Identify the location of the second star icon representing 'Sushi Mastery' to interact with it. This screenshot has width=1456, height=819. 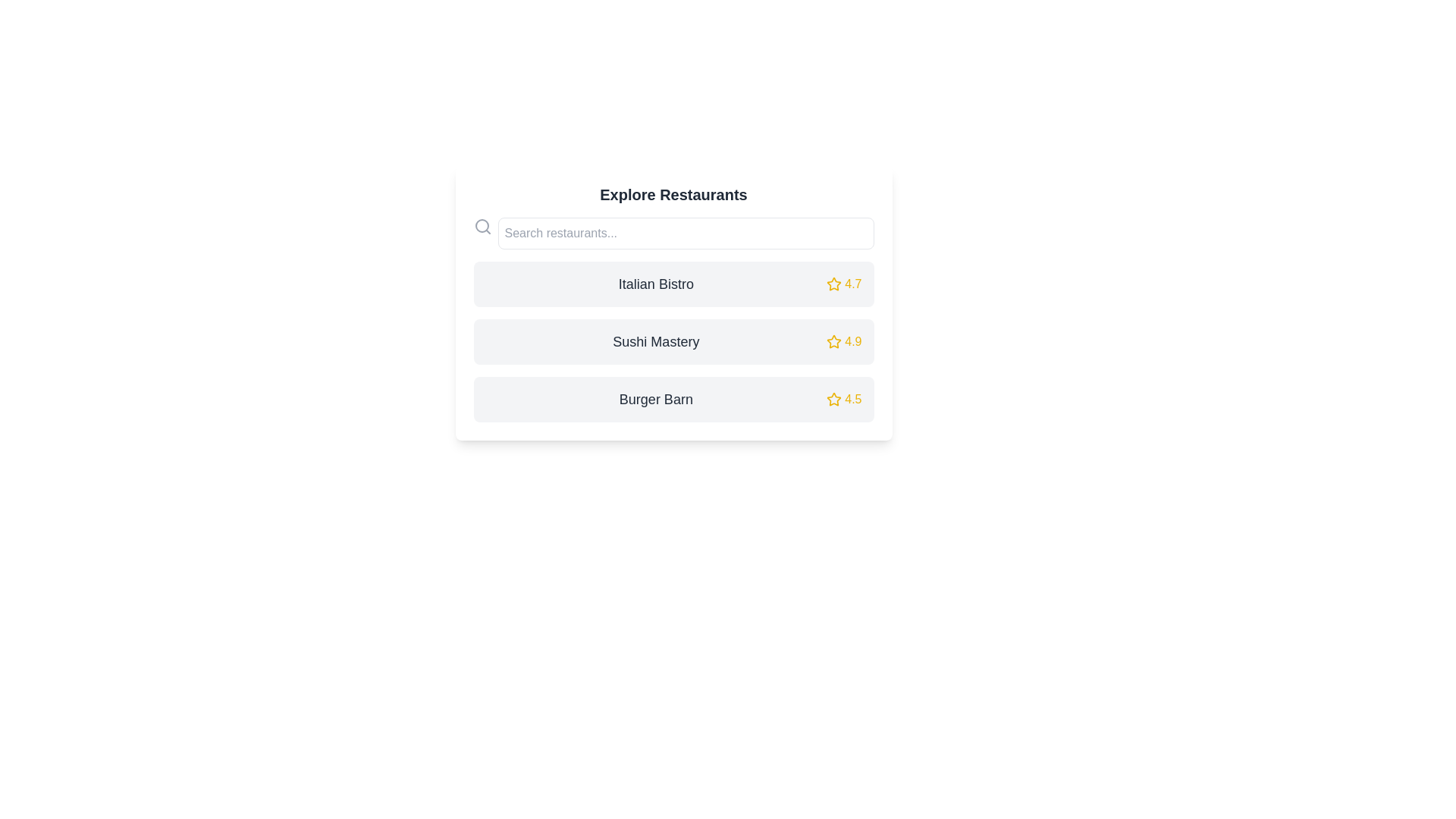
(833, 341).